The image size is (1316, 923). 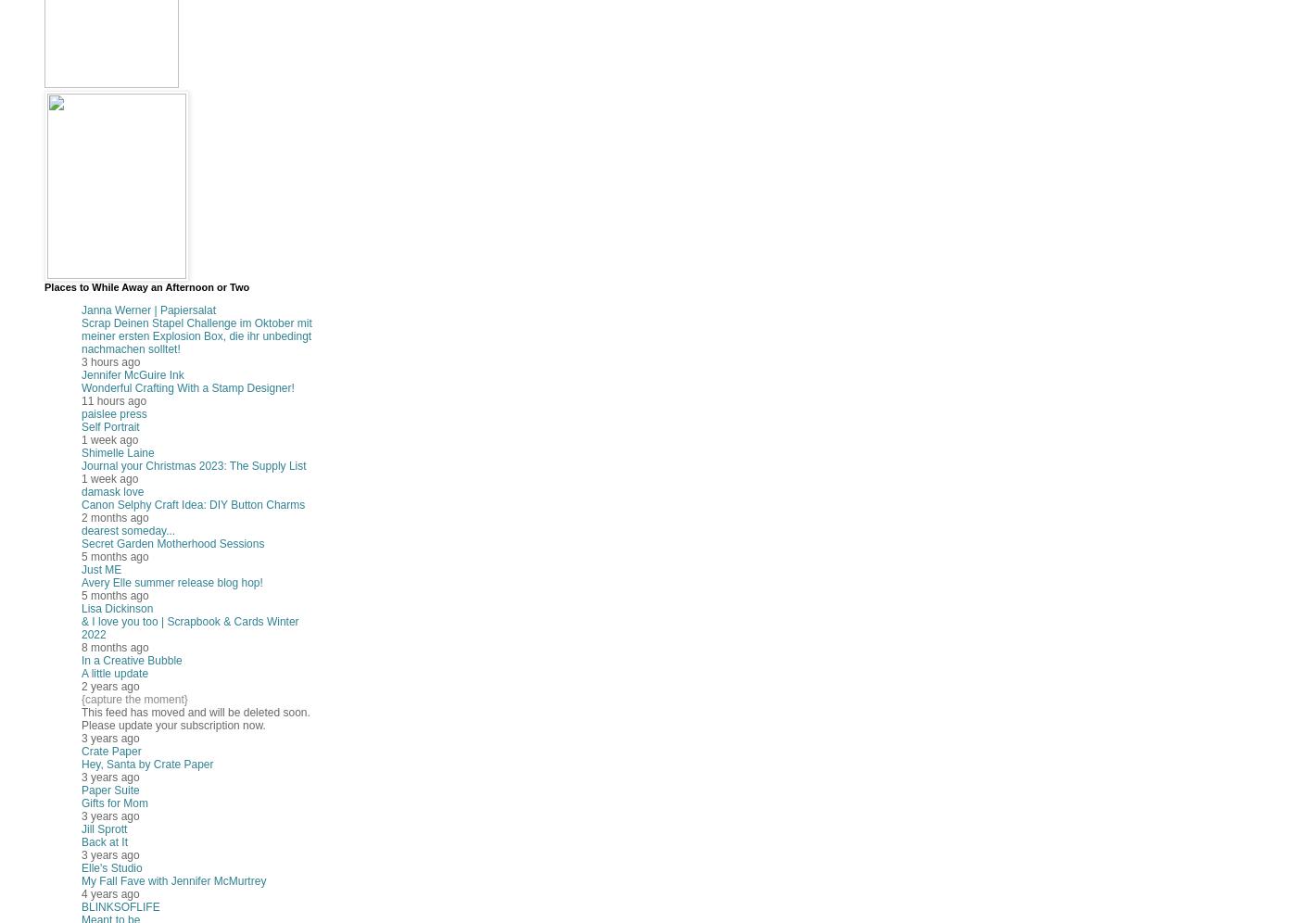 What do you see at coordinates (116, 607) in the screenshot?
I see `'Lisa Dickinson'` at bounding box center [116, 607].